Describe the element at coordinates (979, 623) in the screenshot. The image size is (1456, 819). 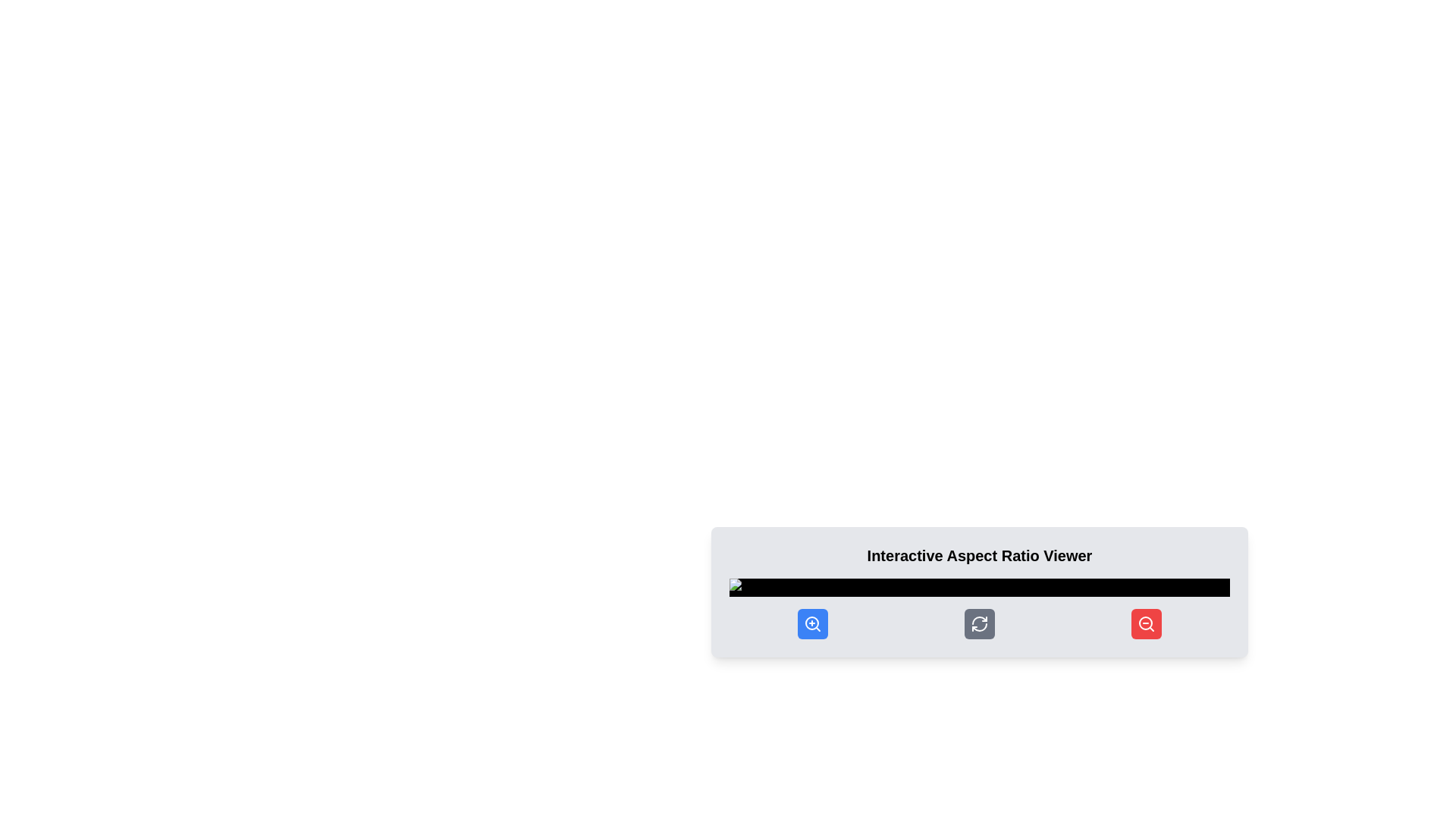
I see `the middle button of the button group layout located below the 'Interactive Aspect Ratio Viewer' heading` at that location.